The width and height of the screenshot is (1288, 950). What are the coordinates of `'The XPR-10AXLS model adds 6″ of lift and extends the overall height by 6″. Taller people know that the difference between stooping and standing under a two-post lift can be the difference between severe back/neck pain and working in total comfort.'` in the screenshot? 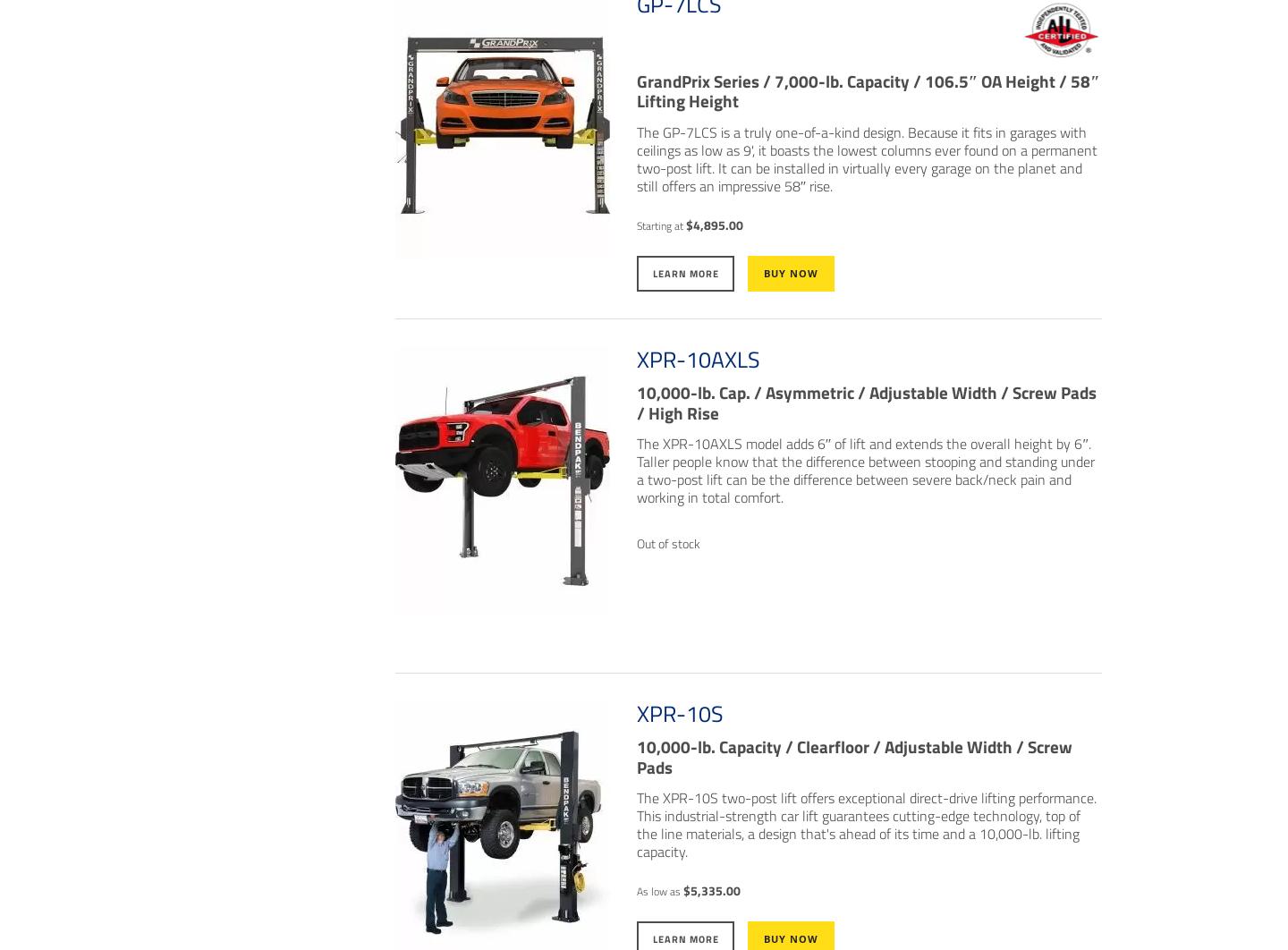 It's located at (863, 470).